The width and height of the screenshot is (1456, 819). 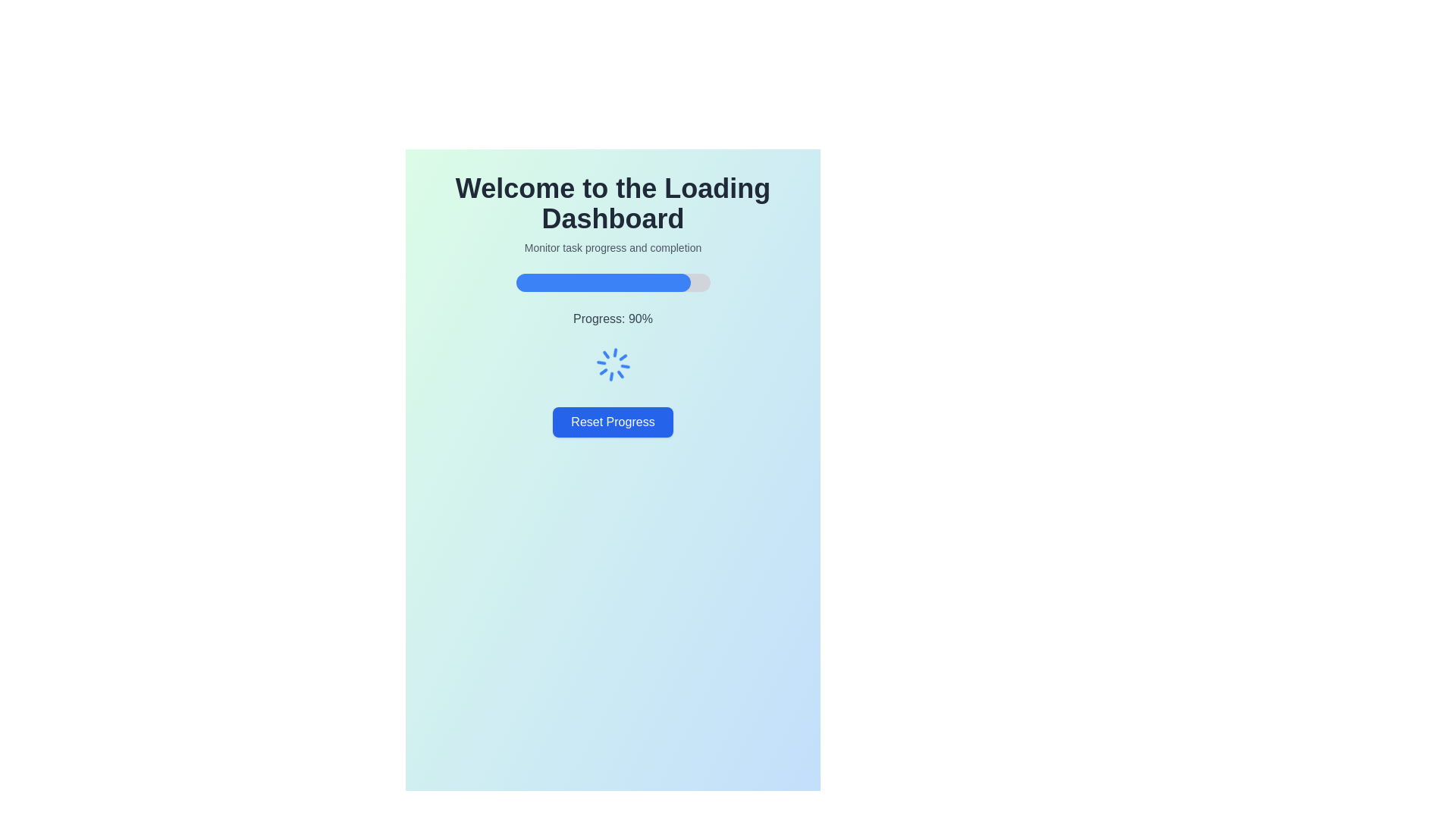 I want to click on the reset button located below the progress bar and spinning loader icon to observe any hover effects, so click(x=613, y=422).